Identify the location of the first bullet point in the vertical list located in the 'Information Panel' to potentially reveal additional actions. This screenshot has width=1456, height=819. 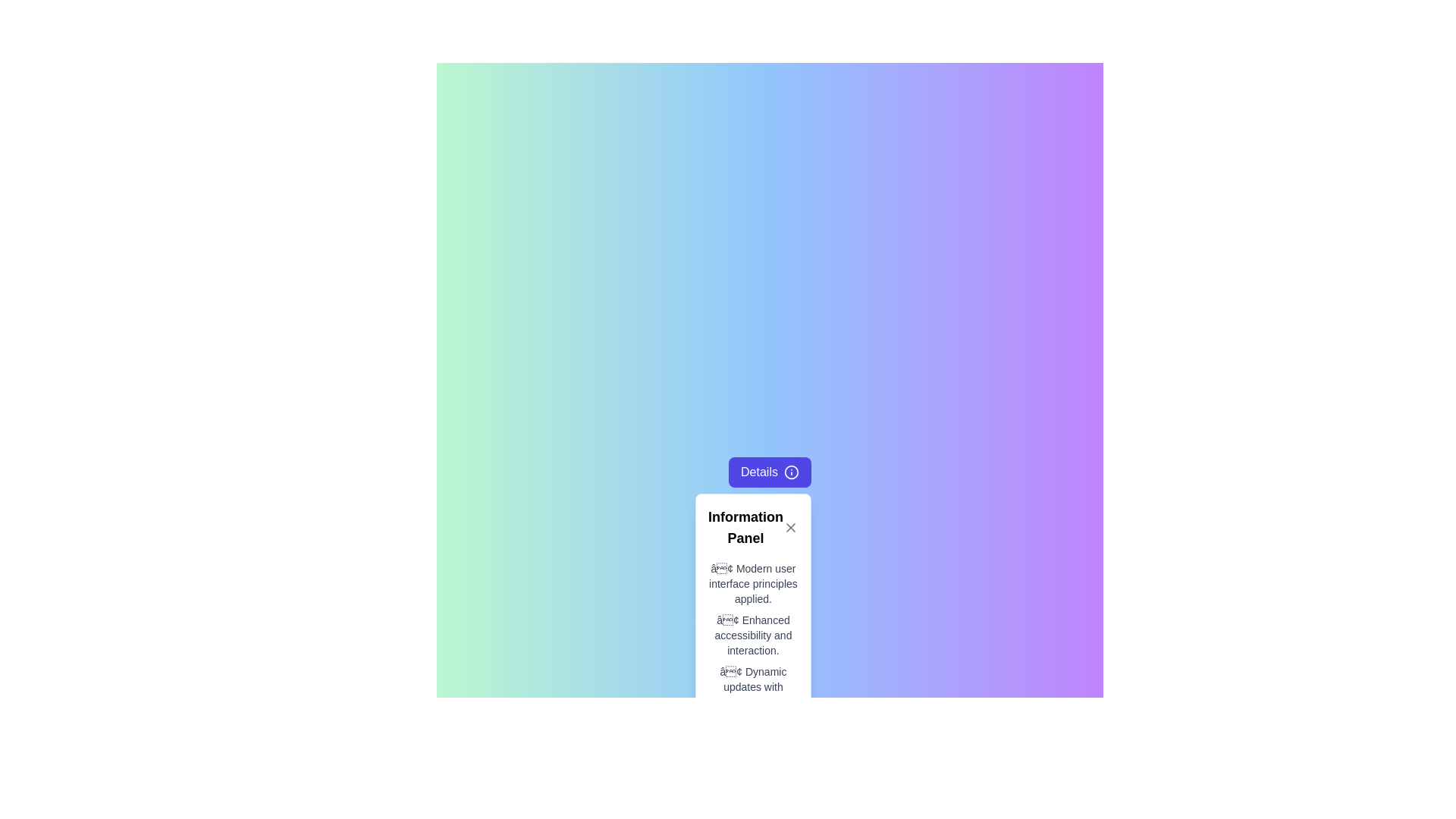
(753, 583).